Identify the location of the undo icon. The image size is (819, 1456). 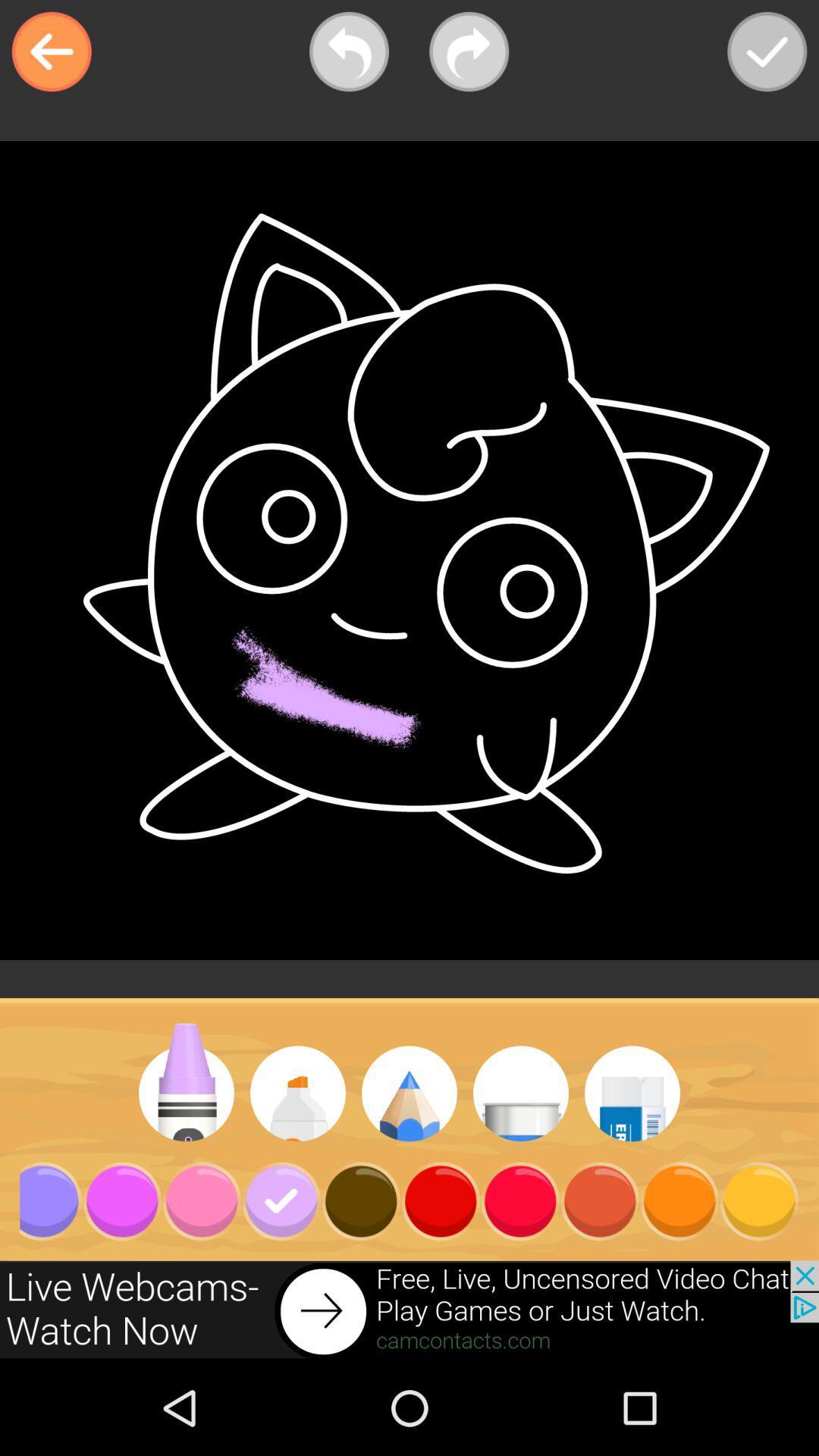
(349, 52).